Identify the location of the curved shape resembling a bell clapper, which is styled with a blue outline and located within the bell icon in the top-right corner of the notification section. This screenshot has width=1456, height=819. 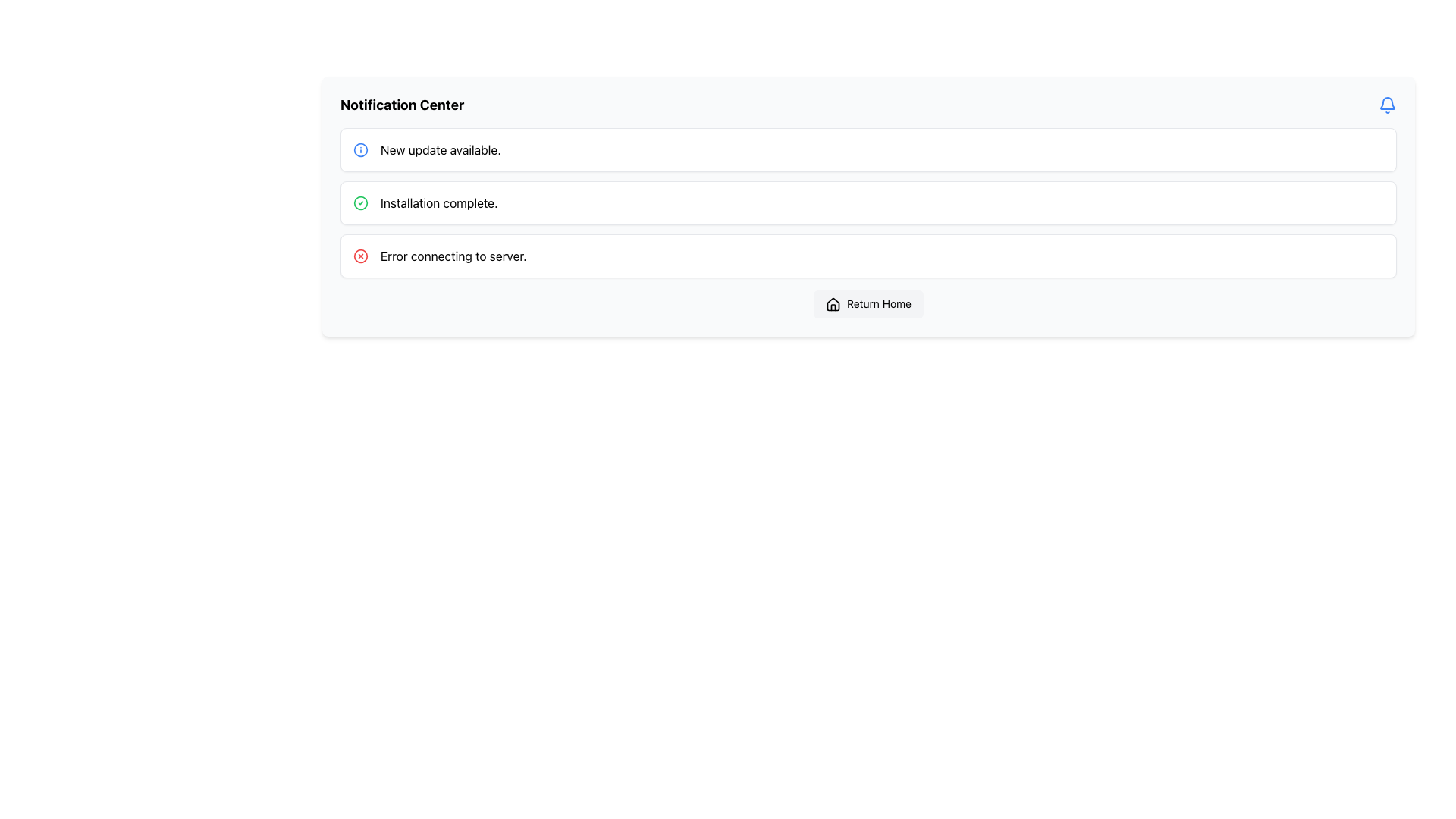
(1387, 102).